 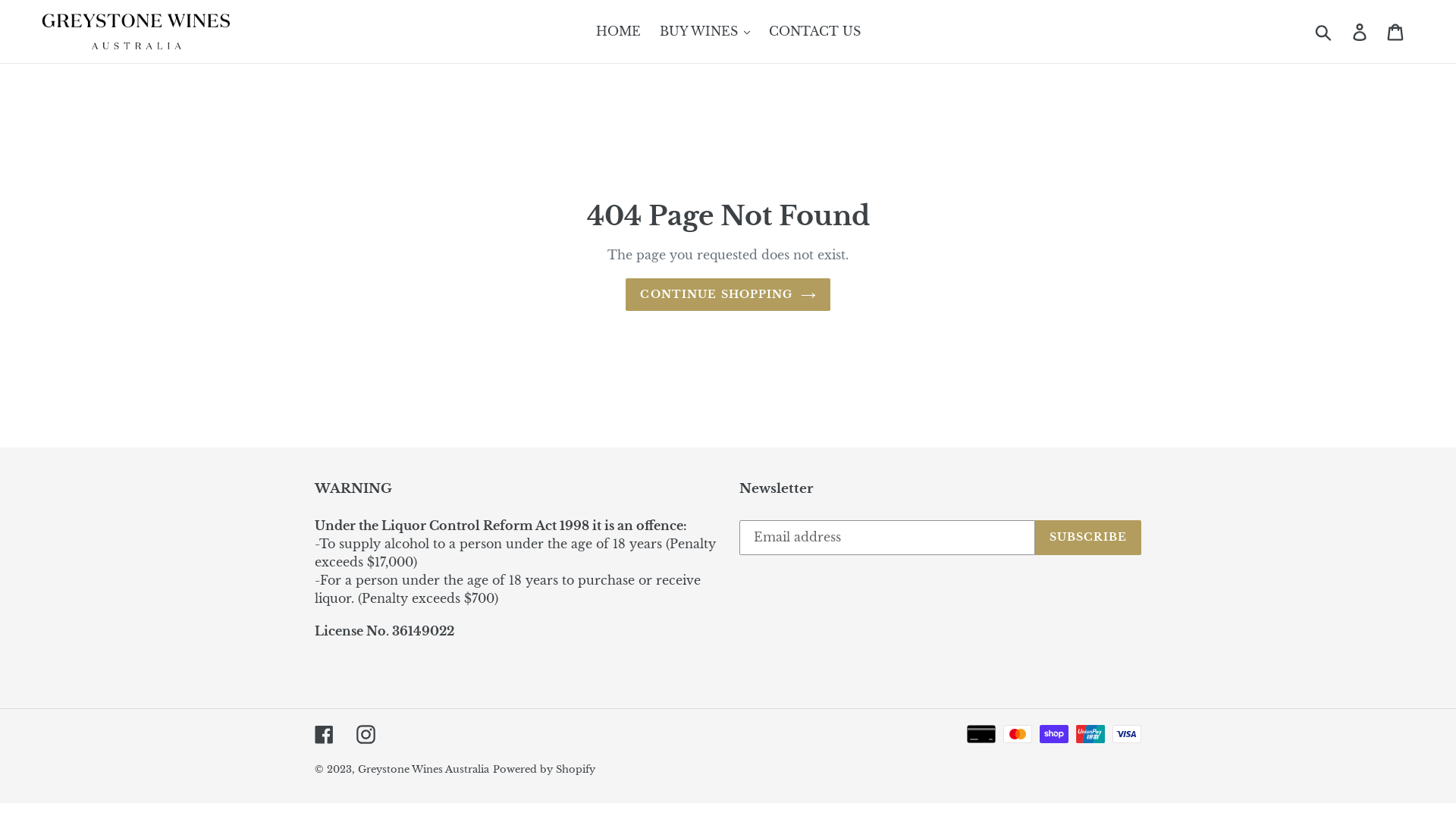 I want to click on 'Log in', so click(x=1360, y=31).